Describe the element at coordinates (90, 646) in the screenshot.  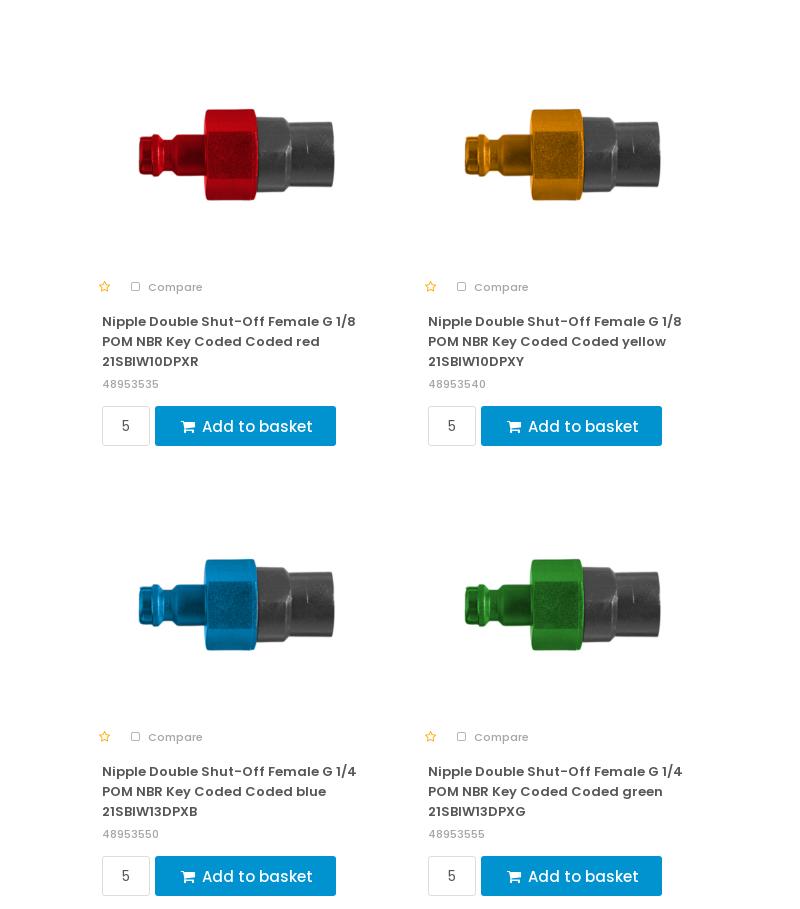
I see `'Certificates'` at that location.